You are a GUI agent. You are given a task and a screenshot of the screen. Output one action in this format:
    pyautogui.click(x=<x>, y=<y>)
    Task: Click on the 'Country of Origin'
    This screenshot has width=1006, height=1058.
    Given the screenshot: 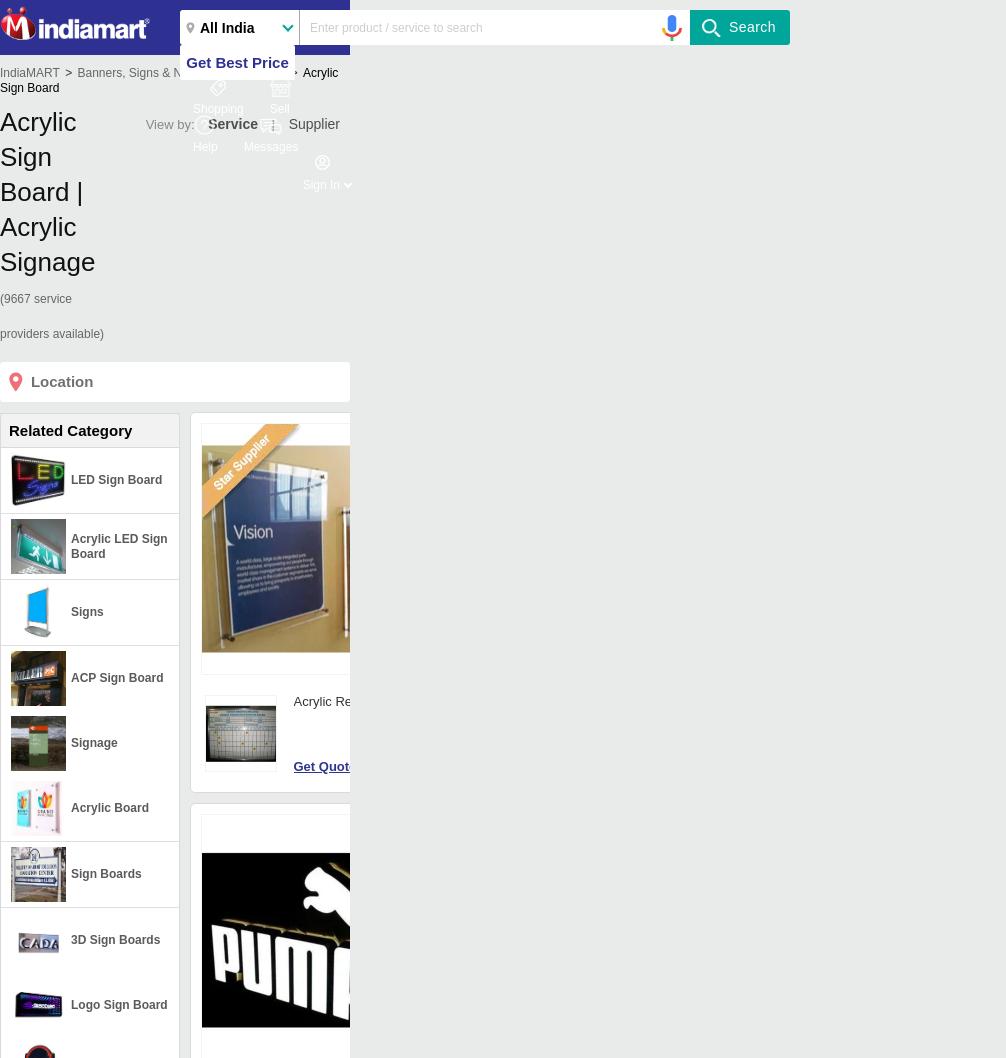 What is the action you would take?
    pyautogui.click(x=476, y=924)
    